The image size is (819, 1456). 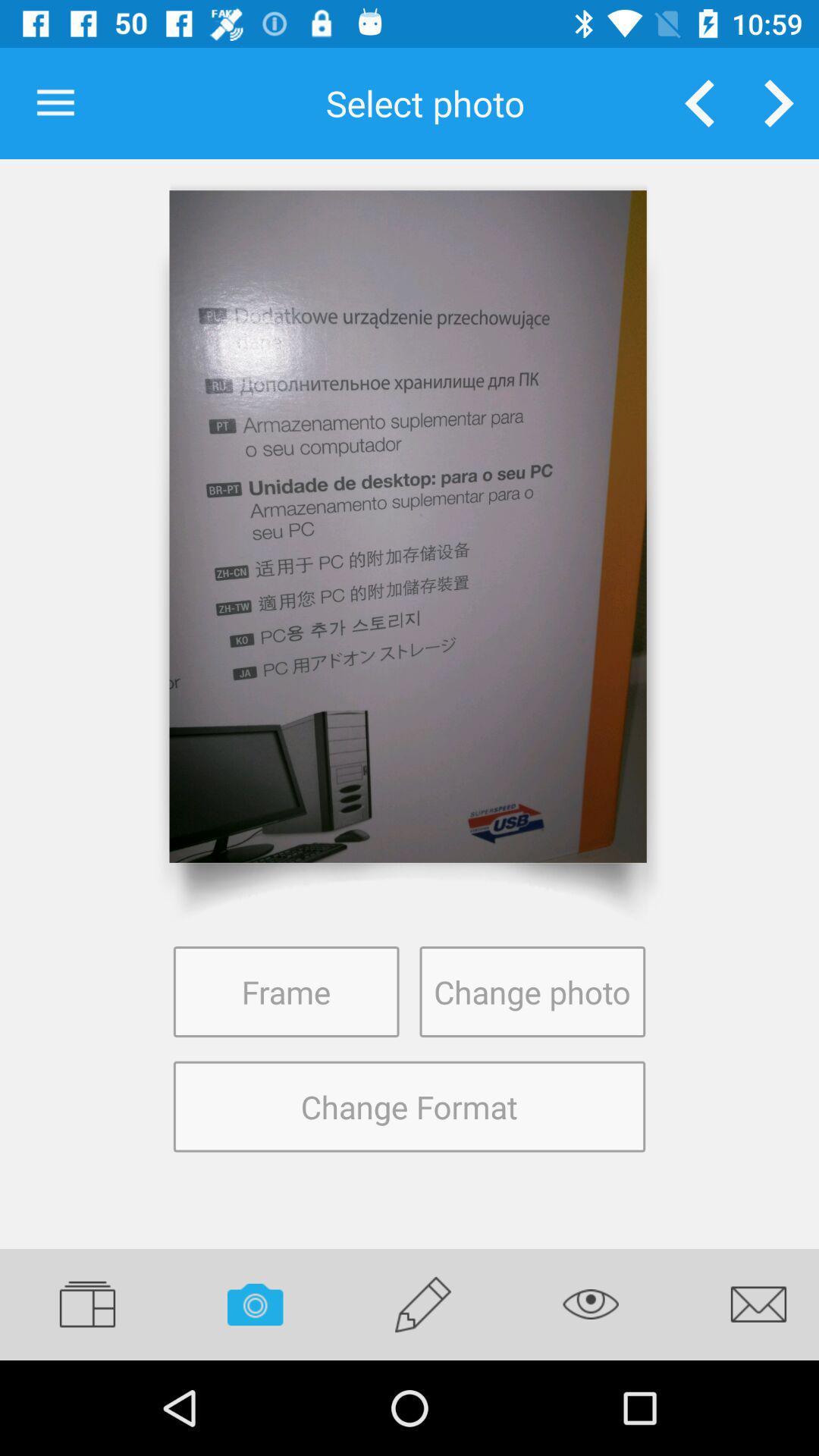 What do you see at coordinates (407, 526) in the screenshot?
I see `image` at bounding box center [407, 526].